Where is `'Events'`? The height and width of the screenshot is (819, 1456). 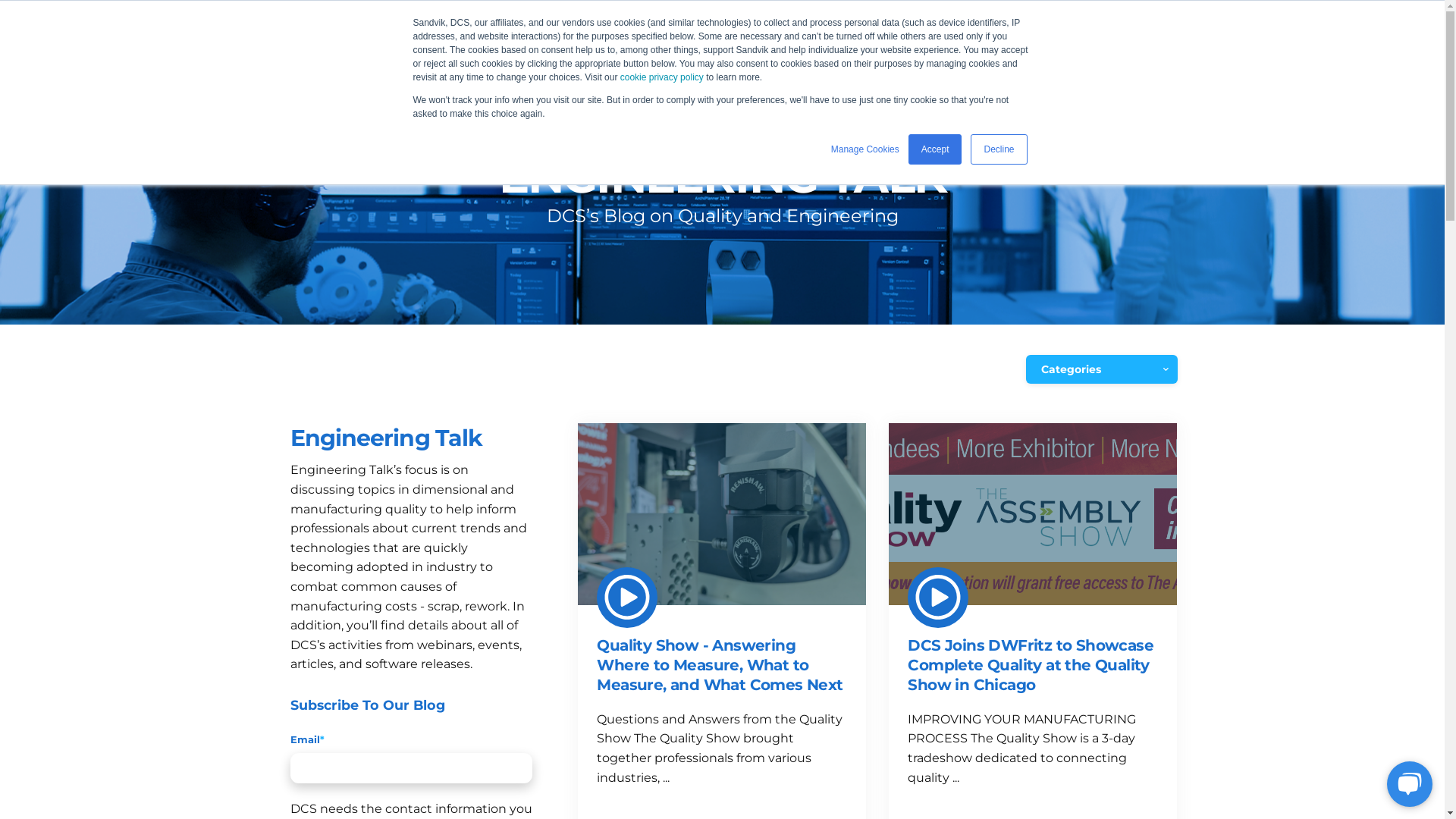
'Events' is located at coordinates (617, 59).